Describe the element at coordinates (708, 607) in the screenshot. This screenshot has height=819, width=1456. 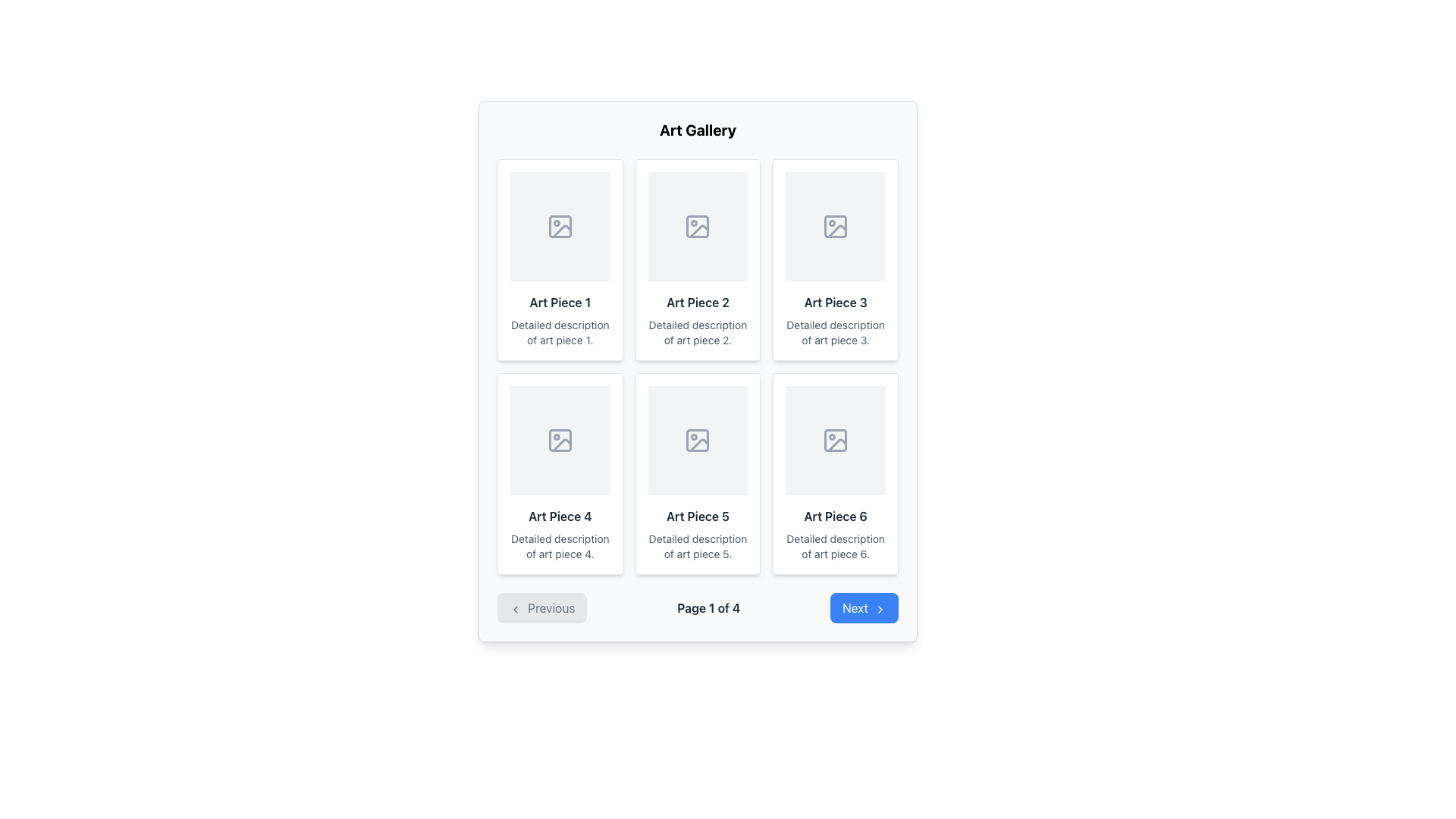
I see `the Text label that indicates the current page number and total number of pages, positioned between the 'Previous' and 'Next' buttons in the navigation bar at the bottom of the interface` at that location.